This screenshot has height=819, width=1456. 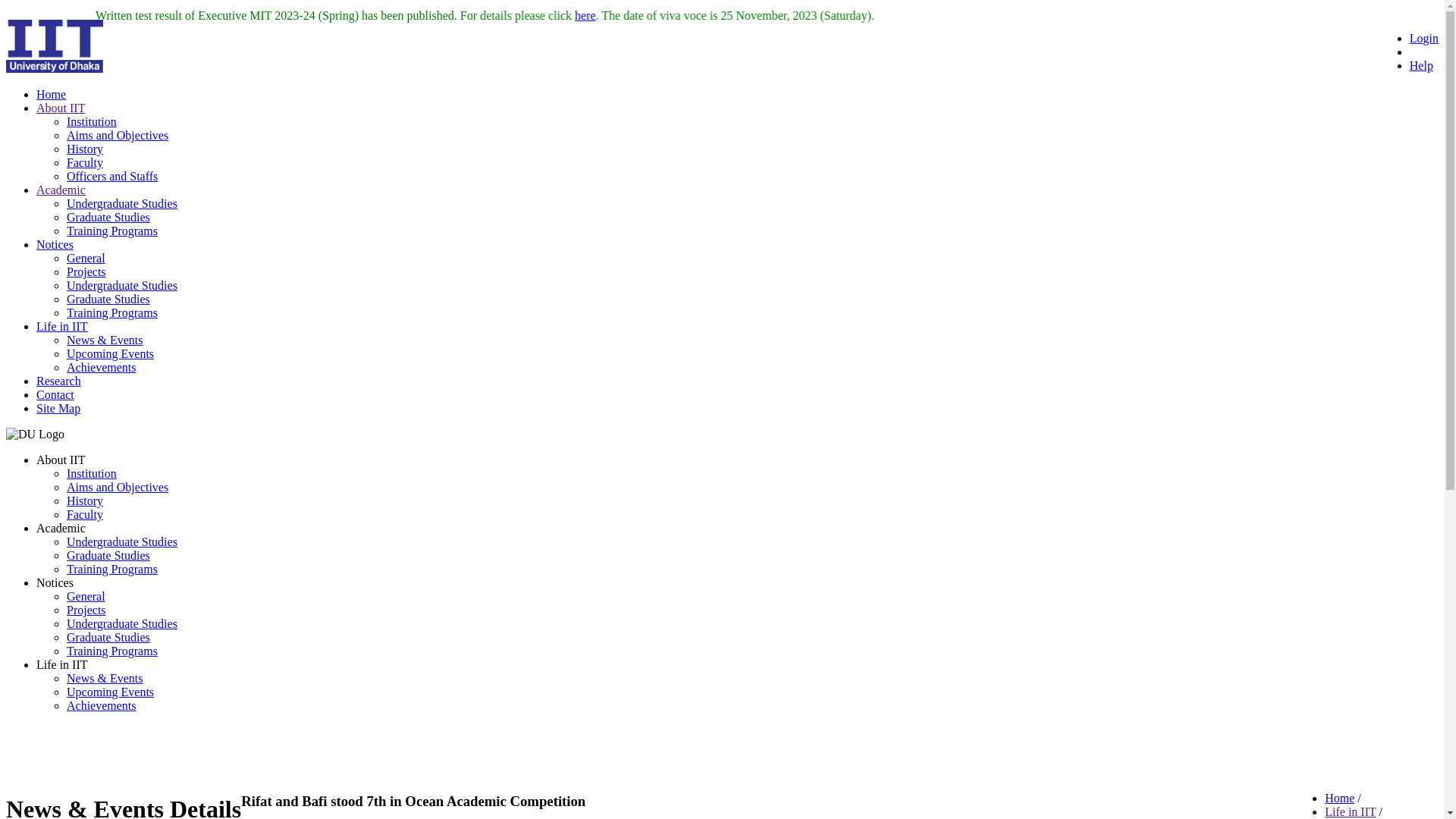 What do you see at coordinates (86, 609) in the screenshot?
I see `'Projects'` at bounding box center [86, 609].